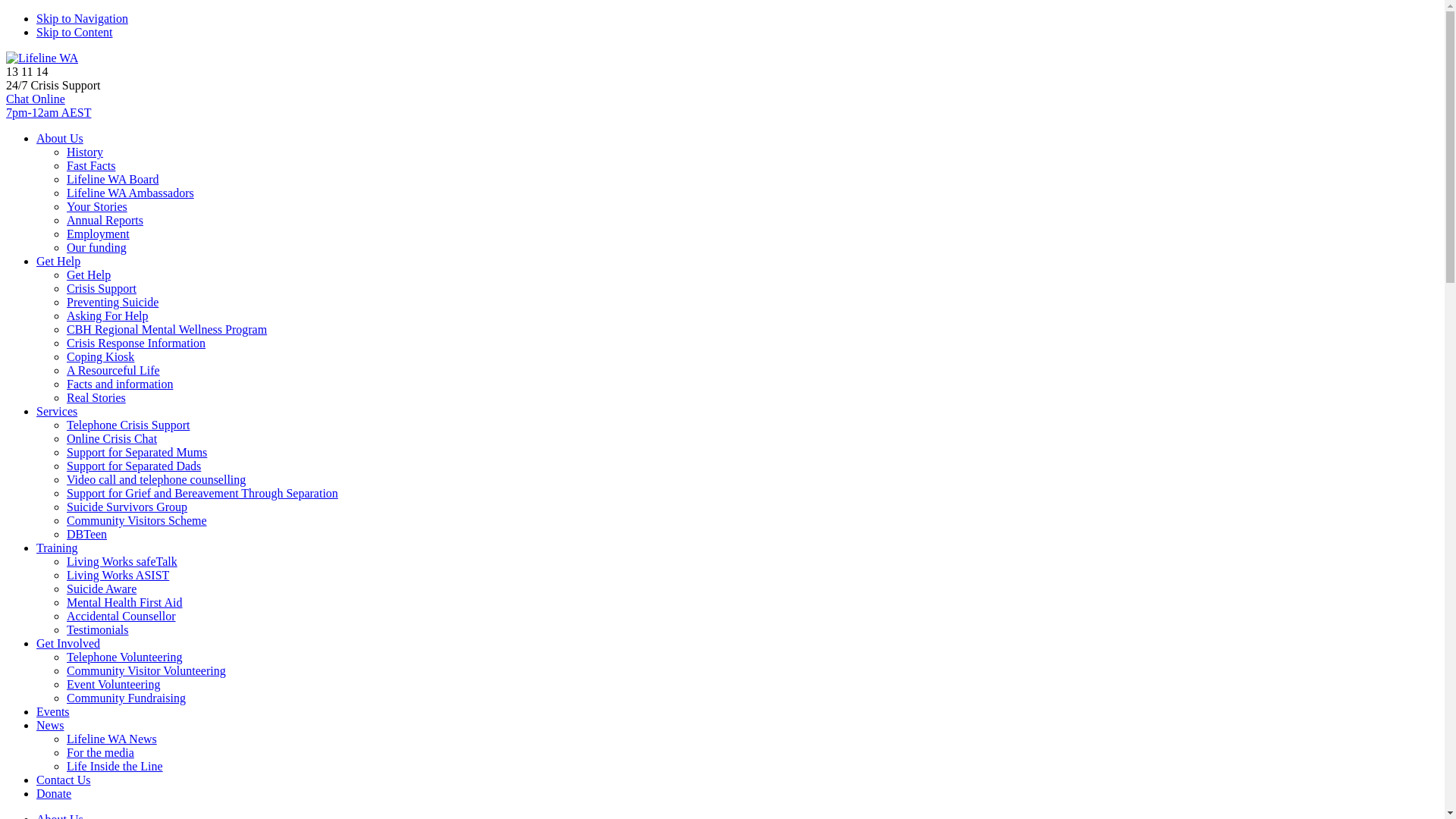 The image size is (1456, 819). What do you see at coordinates (107, 315) in the screenshot?
I see `'Asking For Help'` at bounding box center [107, 315].